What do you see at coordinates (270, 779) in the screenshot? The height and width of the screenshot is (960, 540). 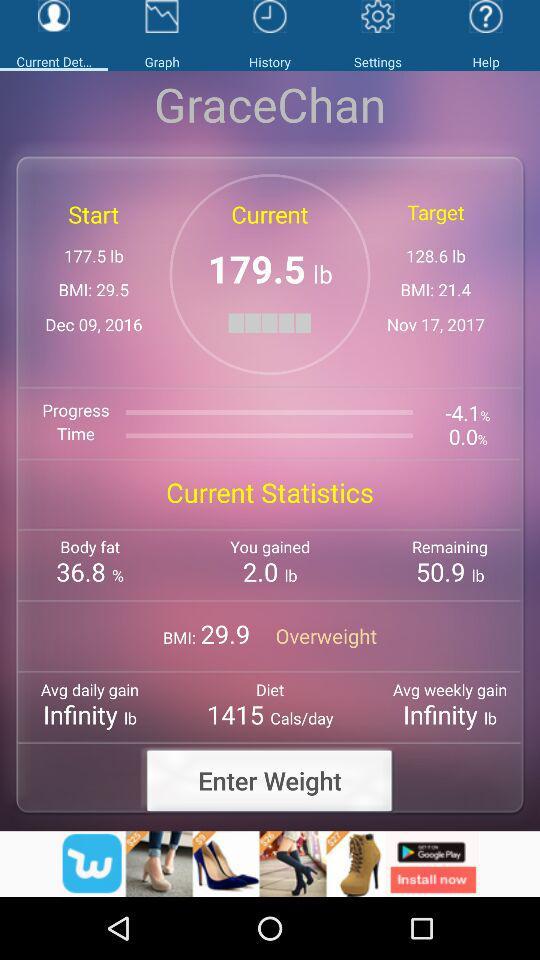 I see `the text enter weight which is in bottom of the page` at bounding box center [270, 779].